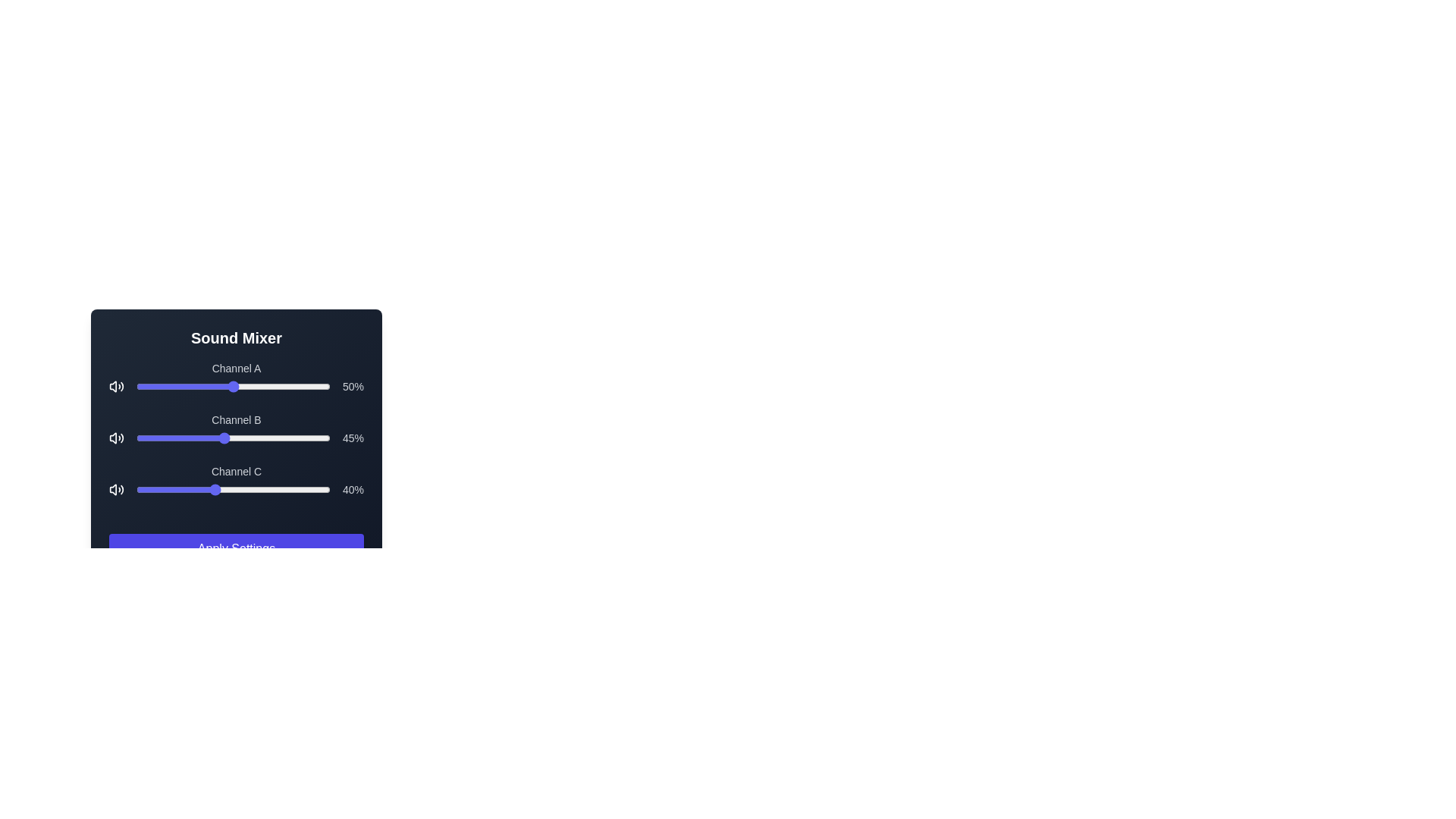 The image size is (1456, 819). I want to click on the Channel B volume, so click(223, 438).